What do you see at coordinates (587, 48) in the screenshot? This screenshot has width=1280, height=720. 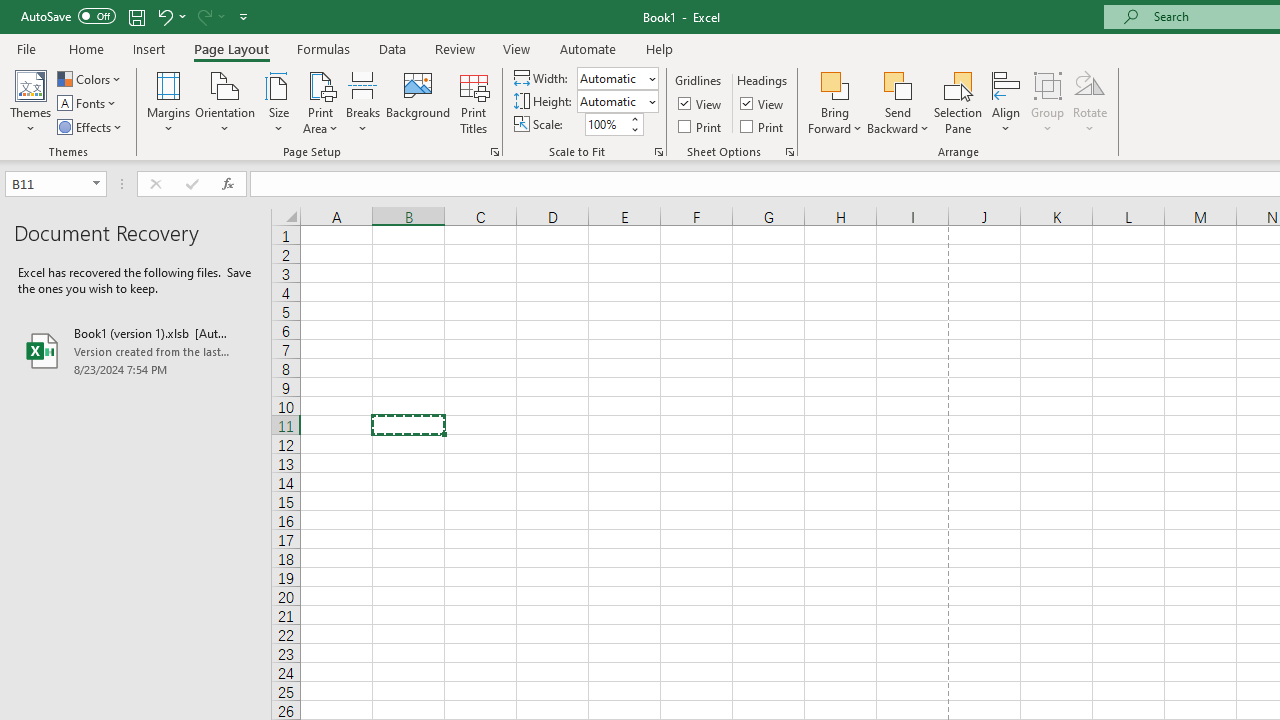 I see `'Automate'` at bounding box center [587, 48].